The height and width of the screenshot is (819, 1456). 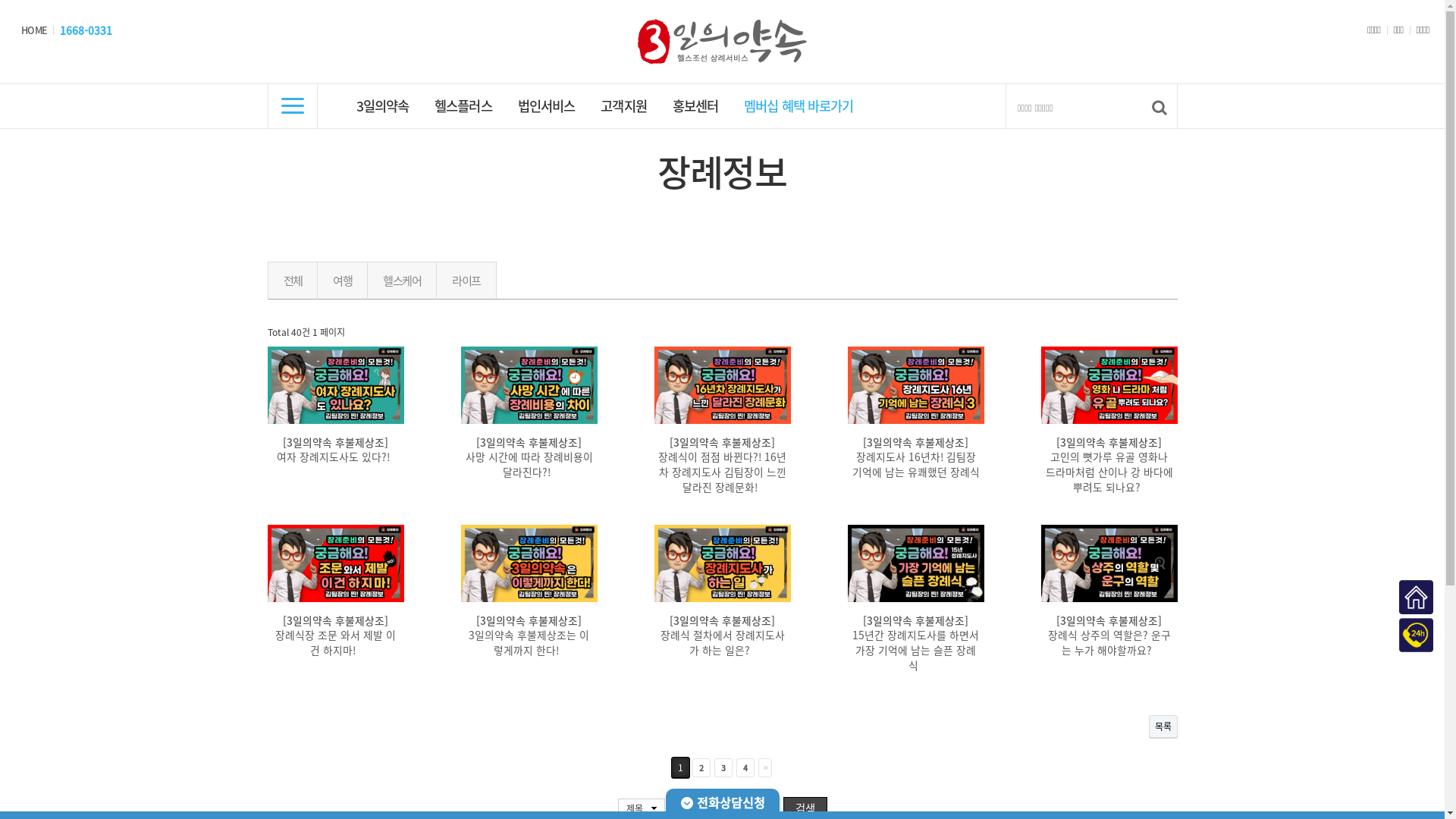 I want to click on 'HOME', so click(x=33, y=30).